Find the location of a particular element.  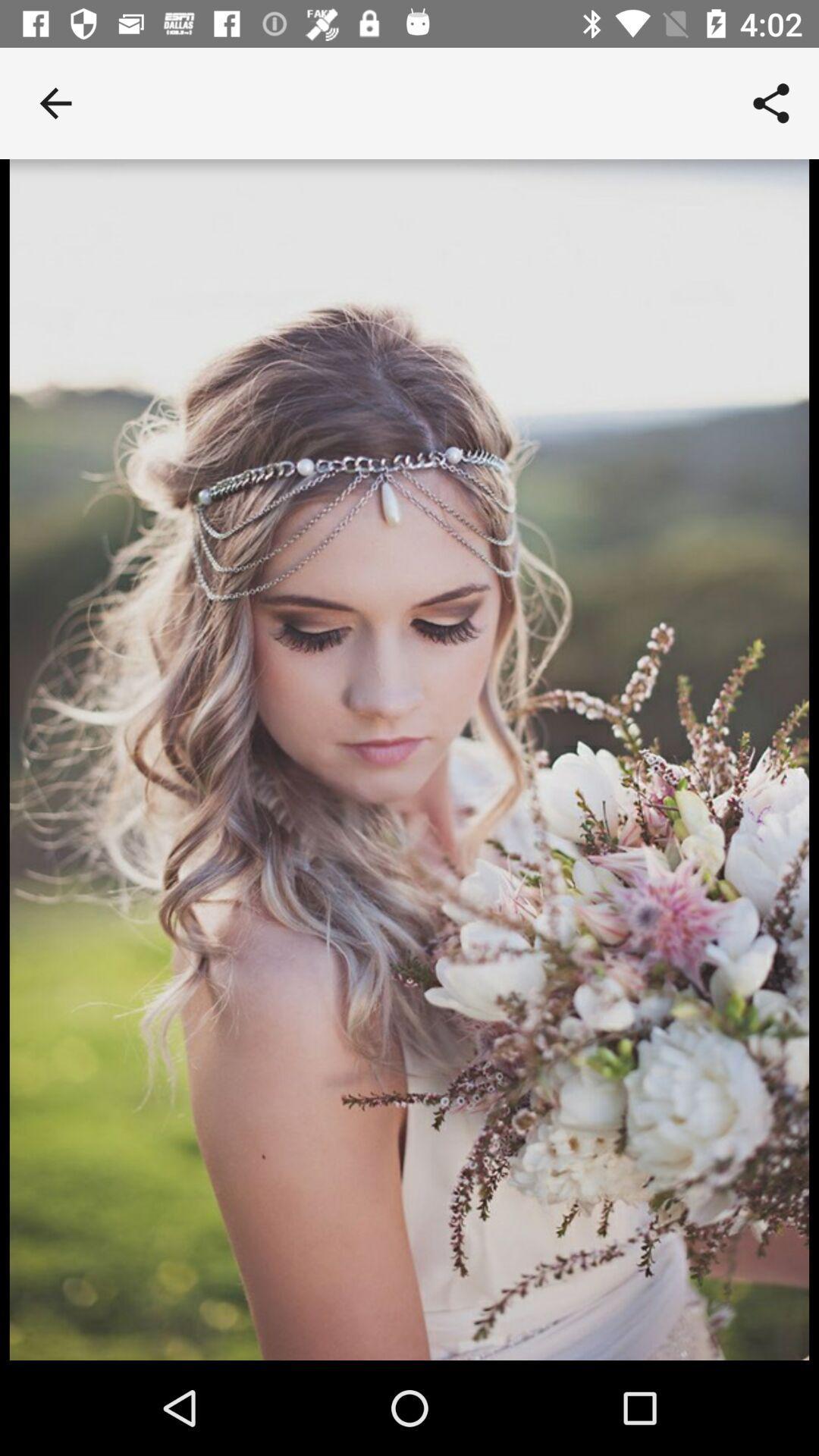

the item at the top right corner is located at coordinates (771, 102).